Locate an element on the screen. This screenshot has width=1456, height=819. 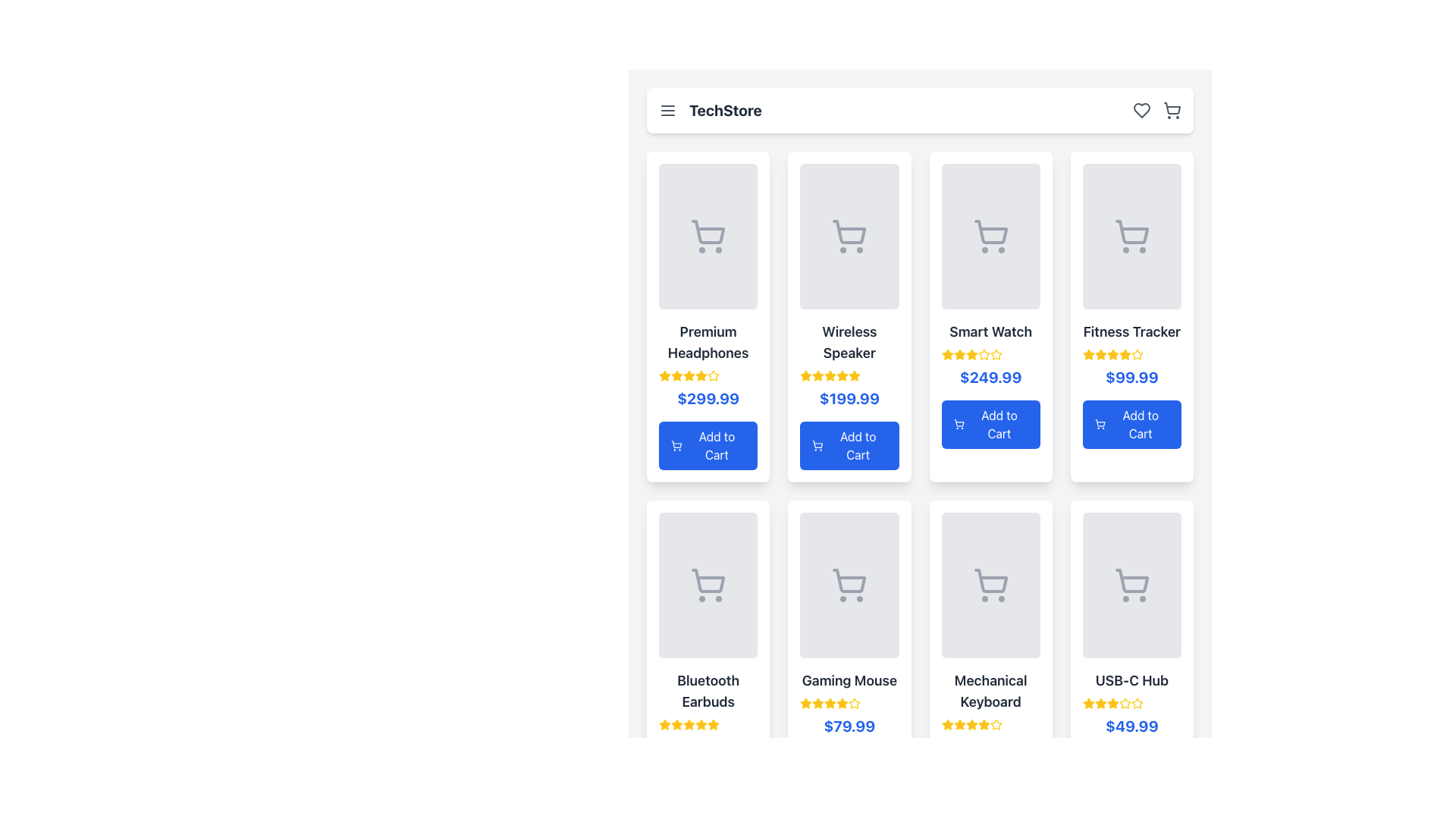
the Rating stars group located at the bottom of the Fitness Tracker product card, which visually indicates customer feedback or review levels is located at coordinates (1131, 354).